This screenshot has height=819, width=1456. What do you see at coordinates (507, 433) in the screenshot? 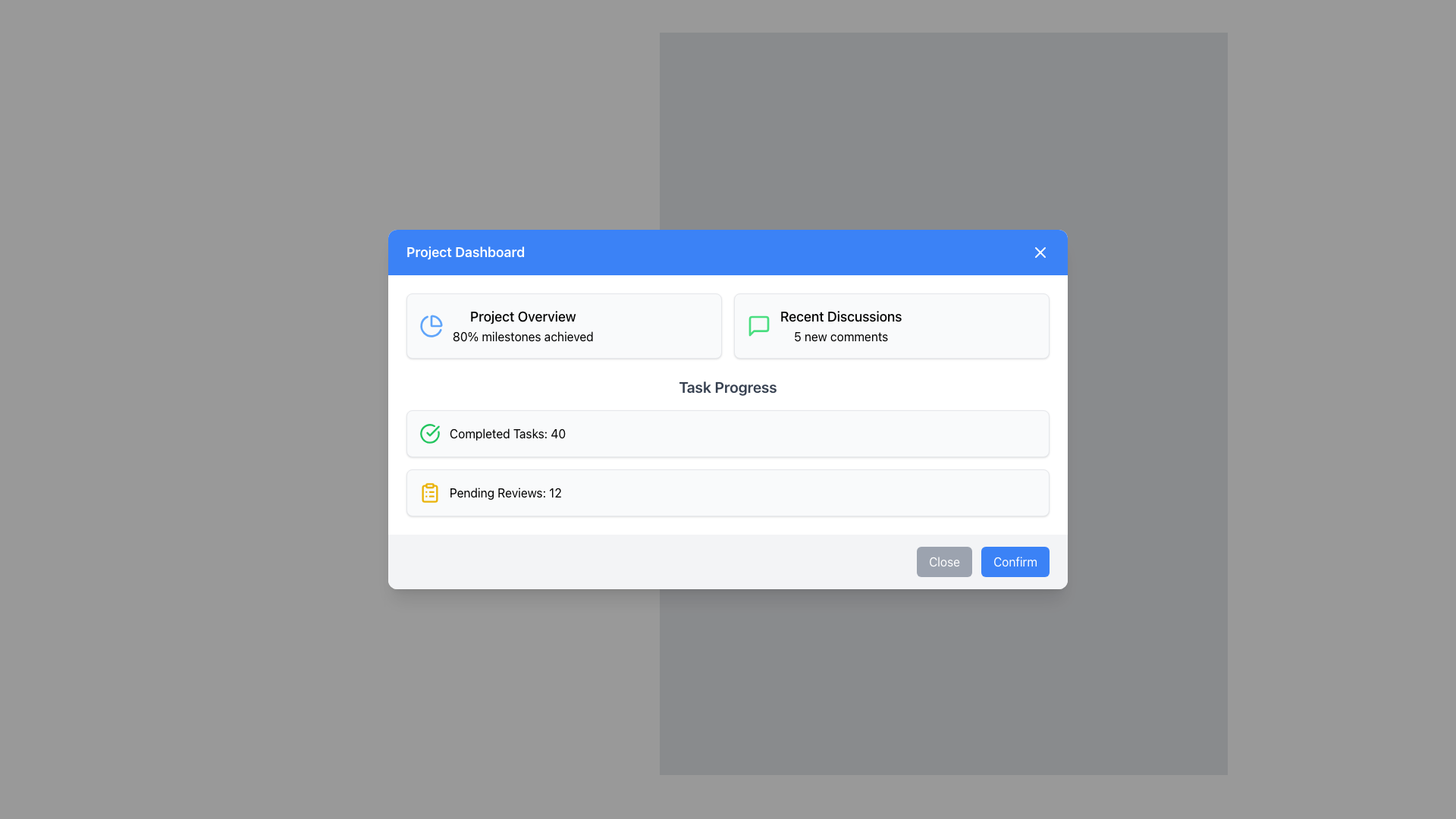
I see `the static text displaying the number of completed tasks in the 'Task Progress' section of the dashboard, which is located under the 'Task Progress' title and features a green checkmark icon on the left` at bounding box center [507, 433].